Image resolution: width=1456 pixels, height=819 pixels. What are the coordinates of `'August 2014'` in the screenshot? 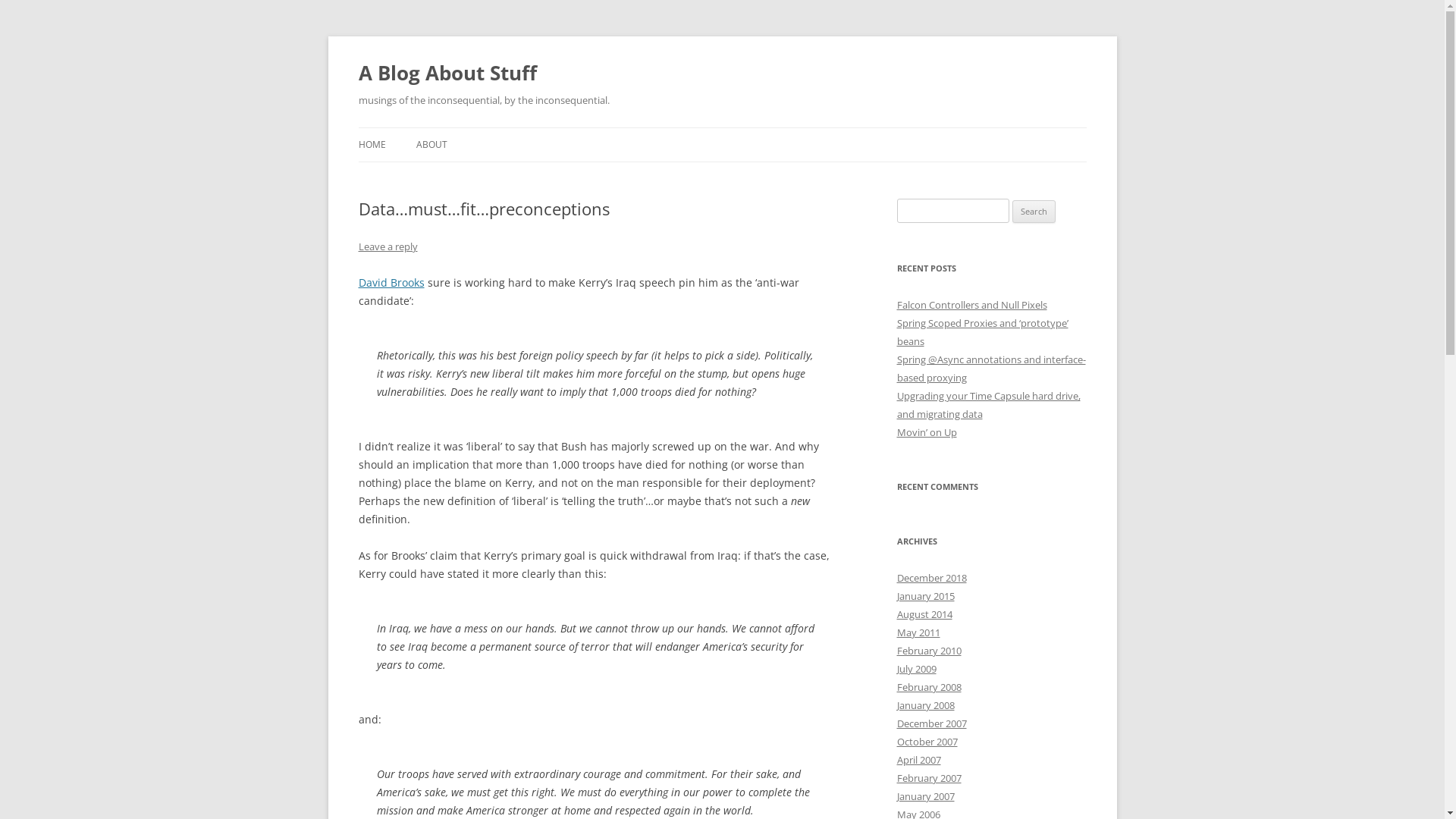 It's located at (923, 614).